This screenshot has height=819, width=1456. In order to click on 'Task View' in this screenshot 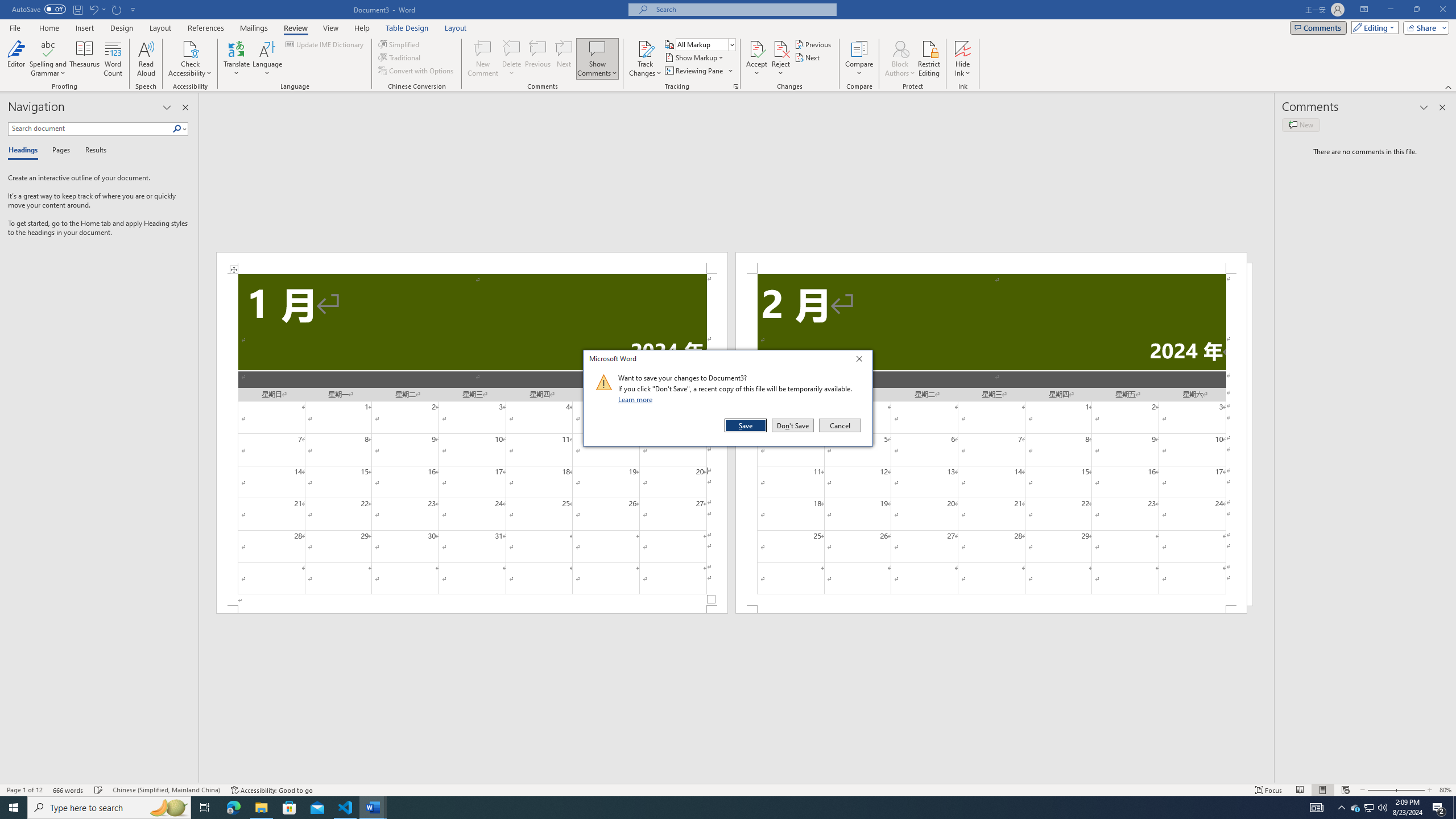, I will do `click(204, 806)`.